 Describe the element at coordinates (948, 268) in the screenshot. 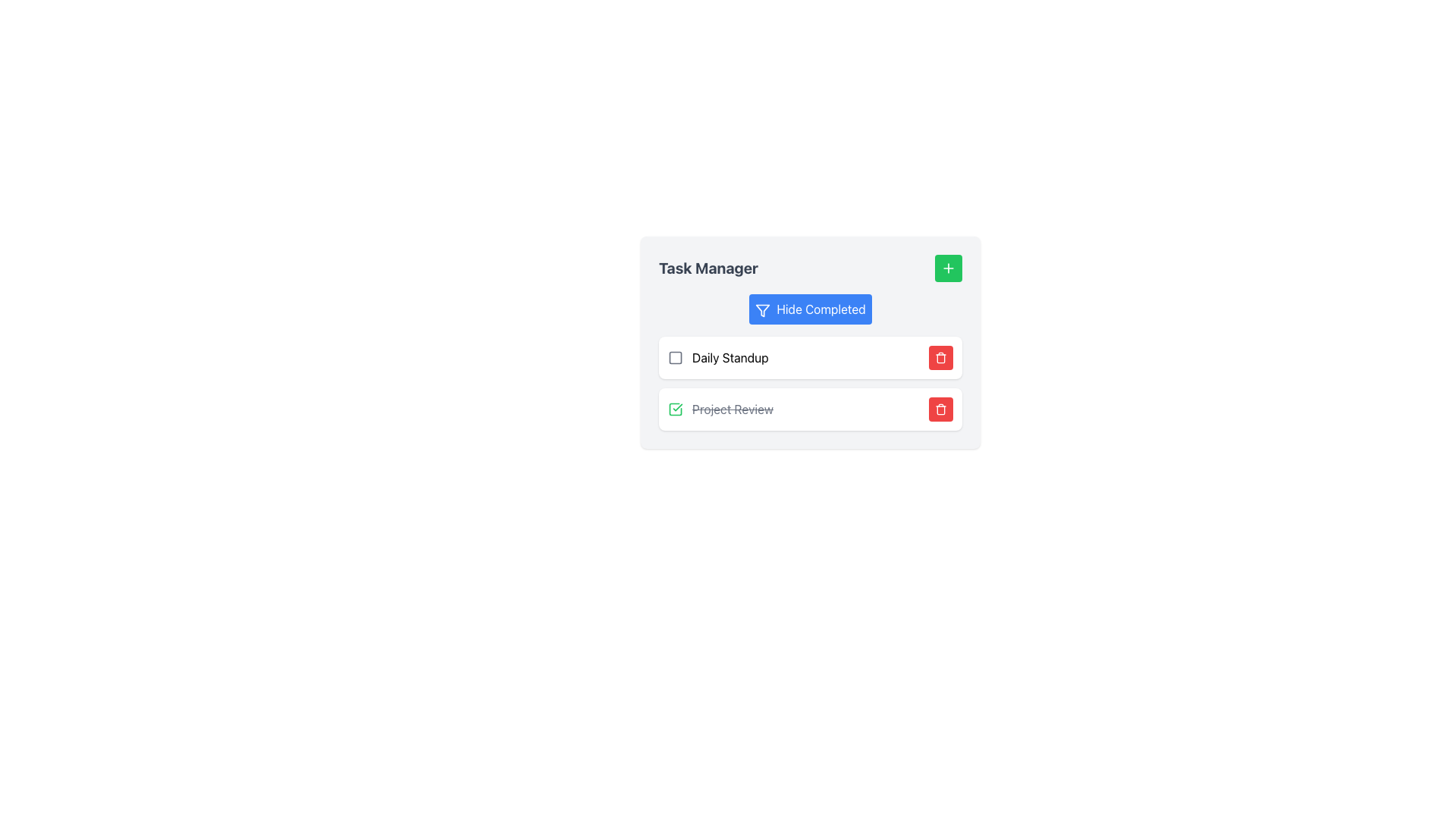

I see `the 'Add Task' button located in the top-right corner of the 'Task Manager' header section, next to the 'Hide Completed' button` at that location.